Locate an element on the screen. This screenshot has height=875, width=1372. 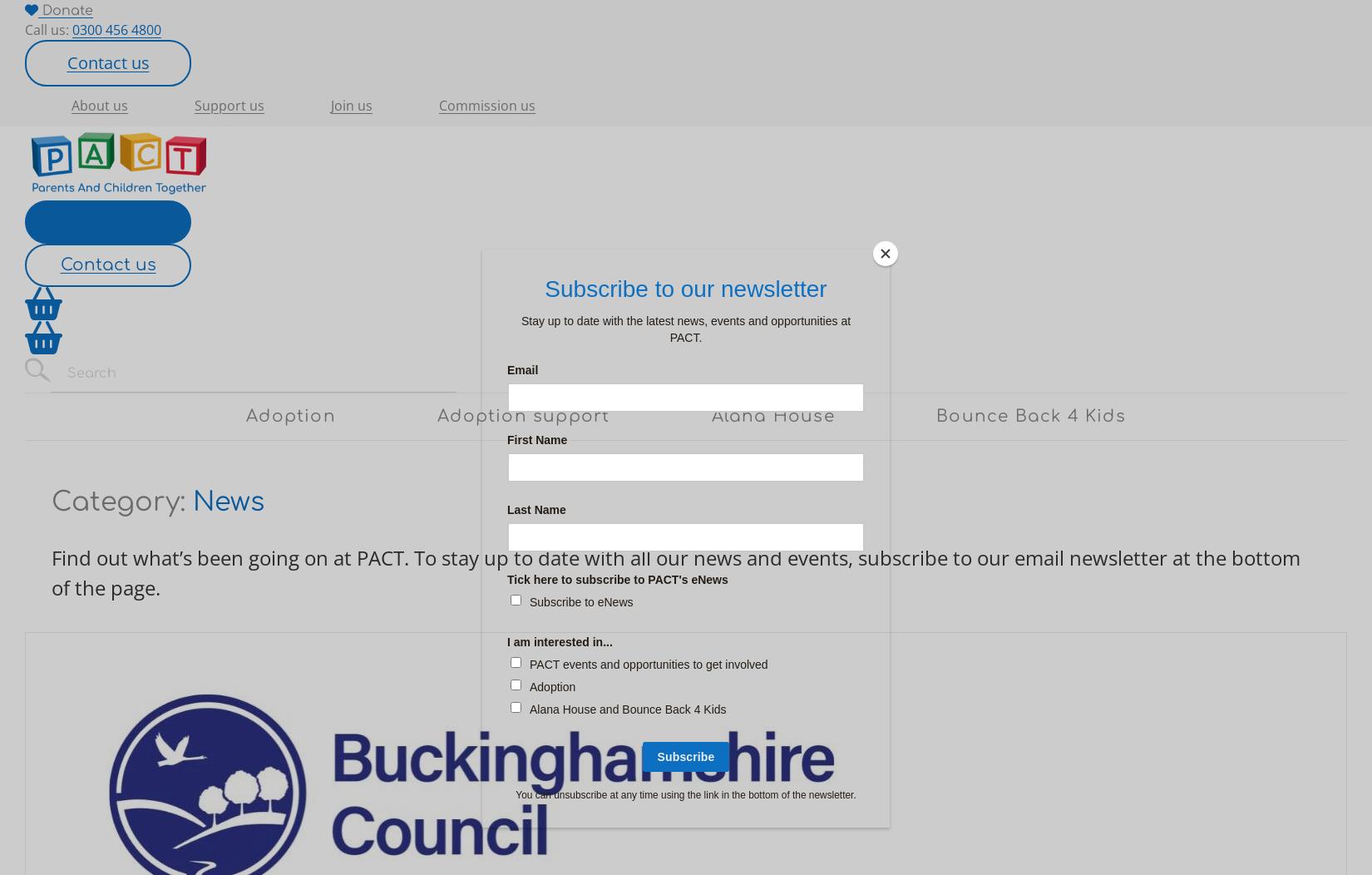
'About us' is located at coordinates (99, 105).